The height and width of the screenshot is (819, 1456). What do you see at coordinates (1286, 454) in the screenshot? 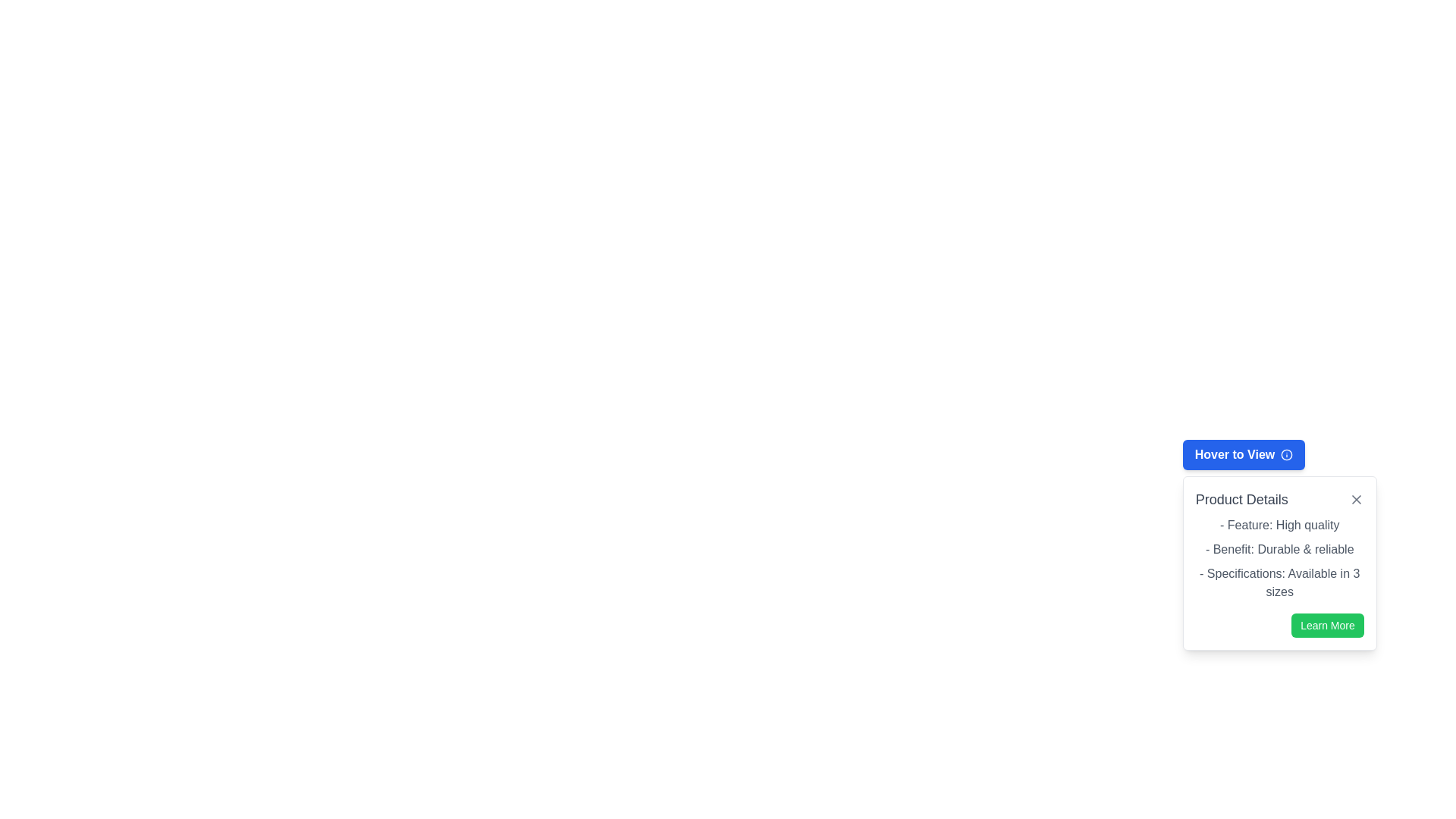
I see `the small circular informational icon with an 'i' in the center, located on the right side of the blue button labeled 'Hover` at bounding box center [1286, 454].